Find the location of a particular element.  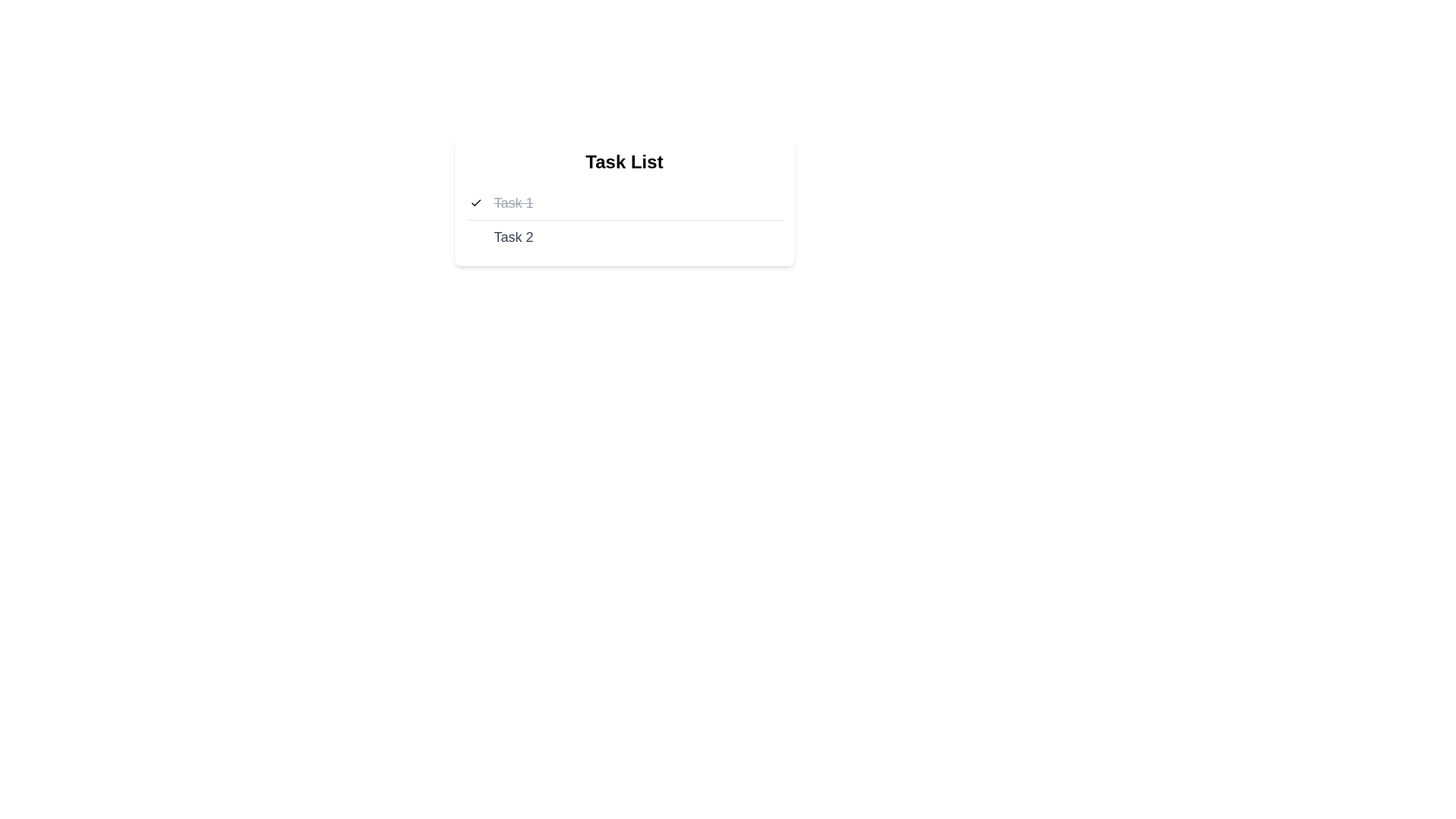

the static text heading that serves as a title for the content below, positioned at the top of a centered card containing tasks is located at coordinates (624, 162).